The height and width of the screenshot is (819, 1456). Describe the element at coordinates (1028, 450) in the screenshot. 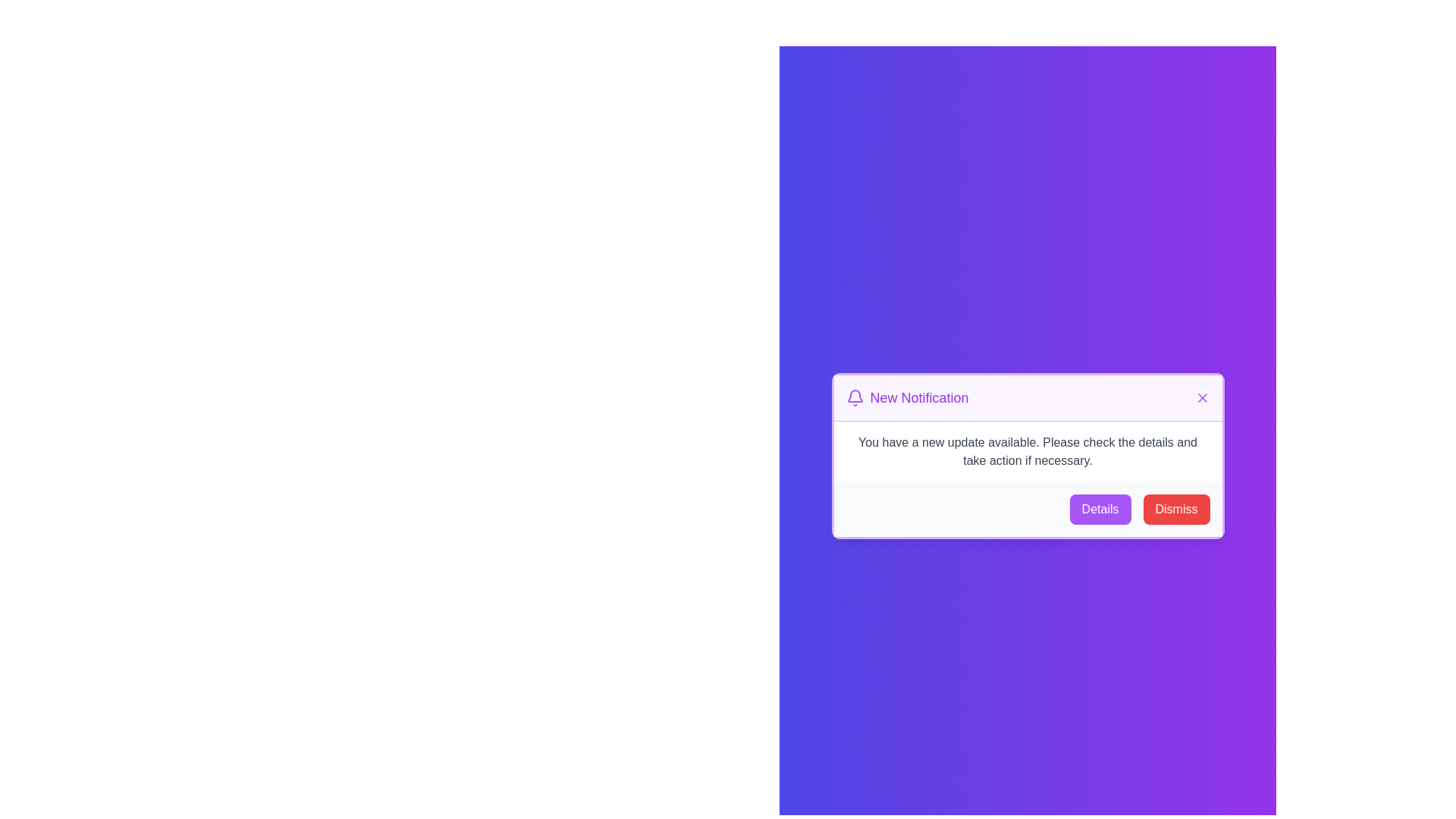

I see `text in the main body message of the notification popup located beneath the title 'New Notification'` at that location.